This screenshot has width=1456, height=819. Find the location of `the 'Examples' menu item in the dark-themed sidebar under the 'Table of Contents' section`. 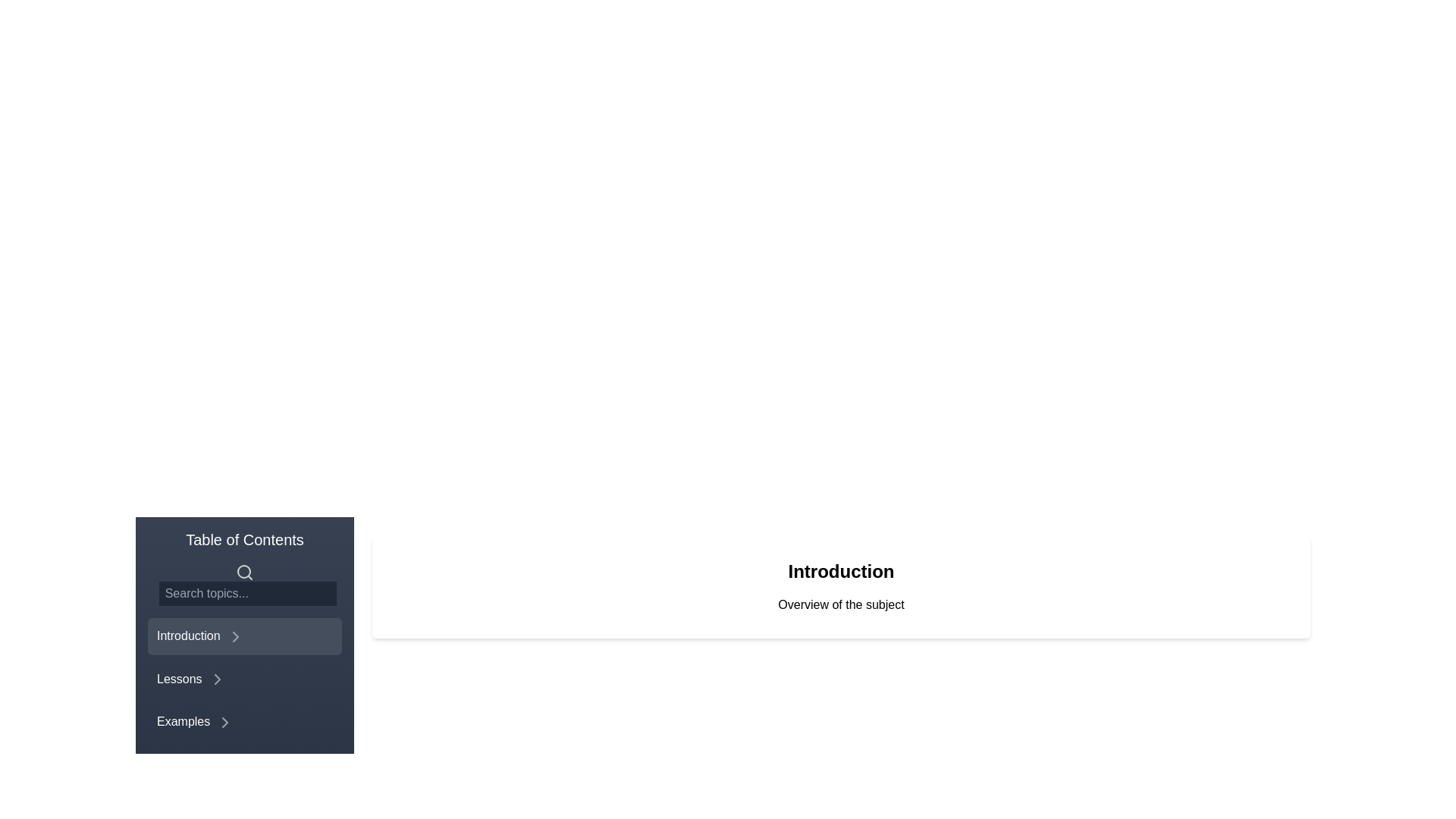

the 'Examples' menu item in the dark-themed sidebar under the 'Table of Contents' section is located at coordinates (244, 704).